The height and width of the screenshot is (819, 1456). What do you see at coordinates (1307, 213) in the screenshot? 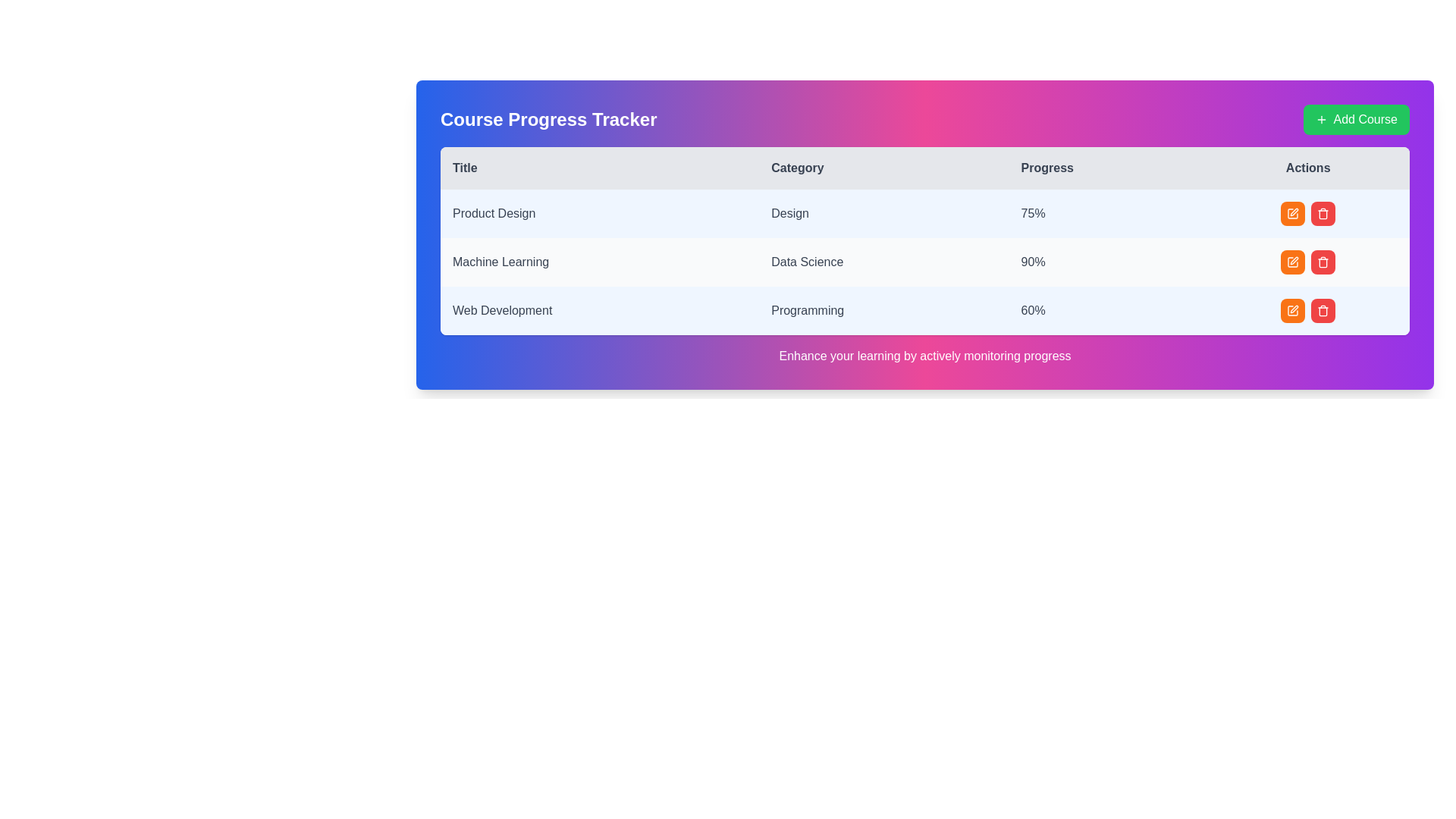
I see `the orange button with a pen icon in the Actions column of the Product Design row in the course progress table to initiate editing` at bounding box center [1307, 213].